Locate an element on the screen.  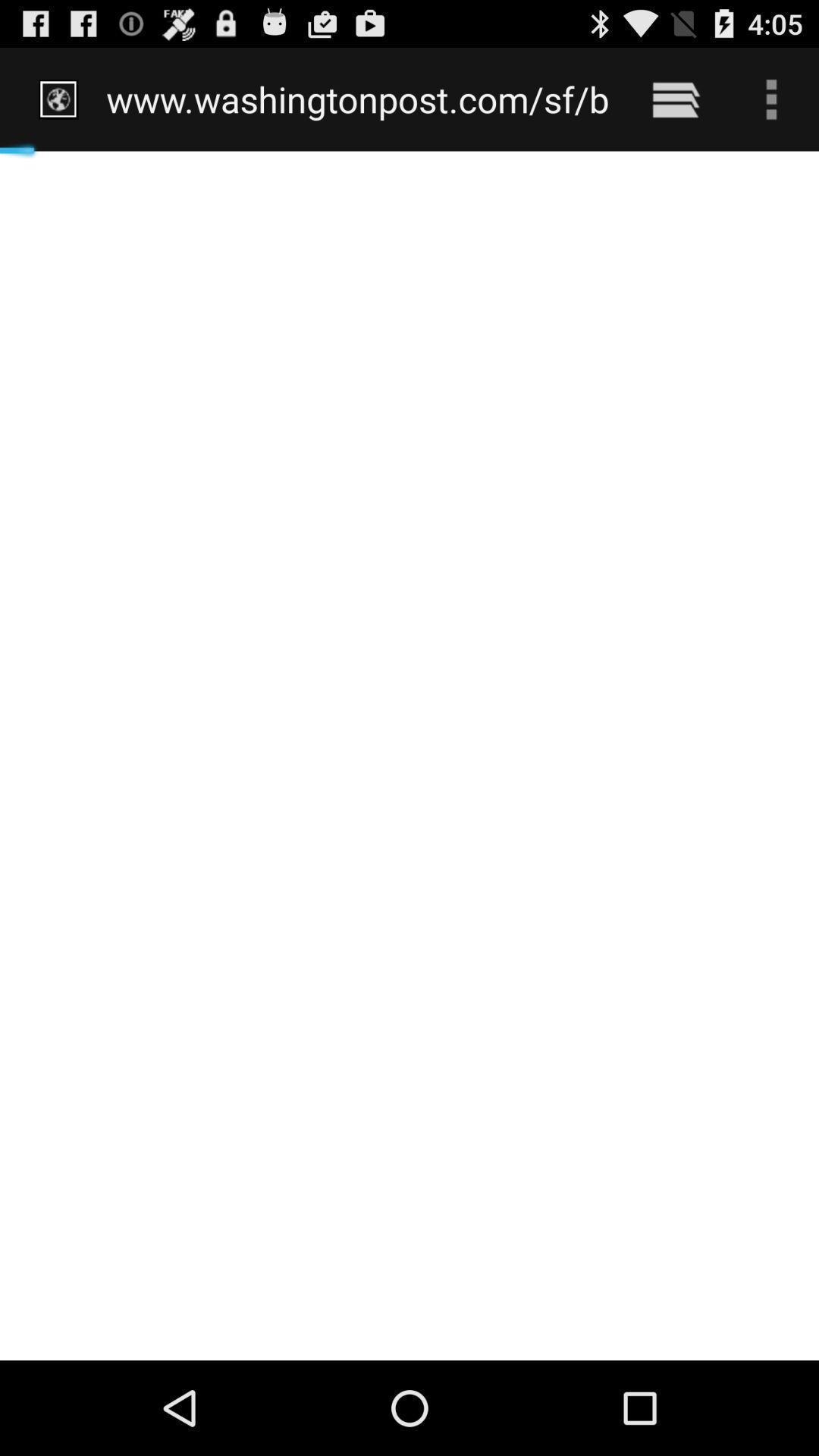
icon next to the www washingtonpost com icon is located at coordinates (675, 99).